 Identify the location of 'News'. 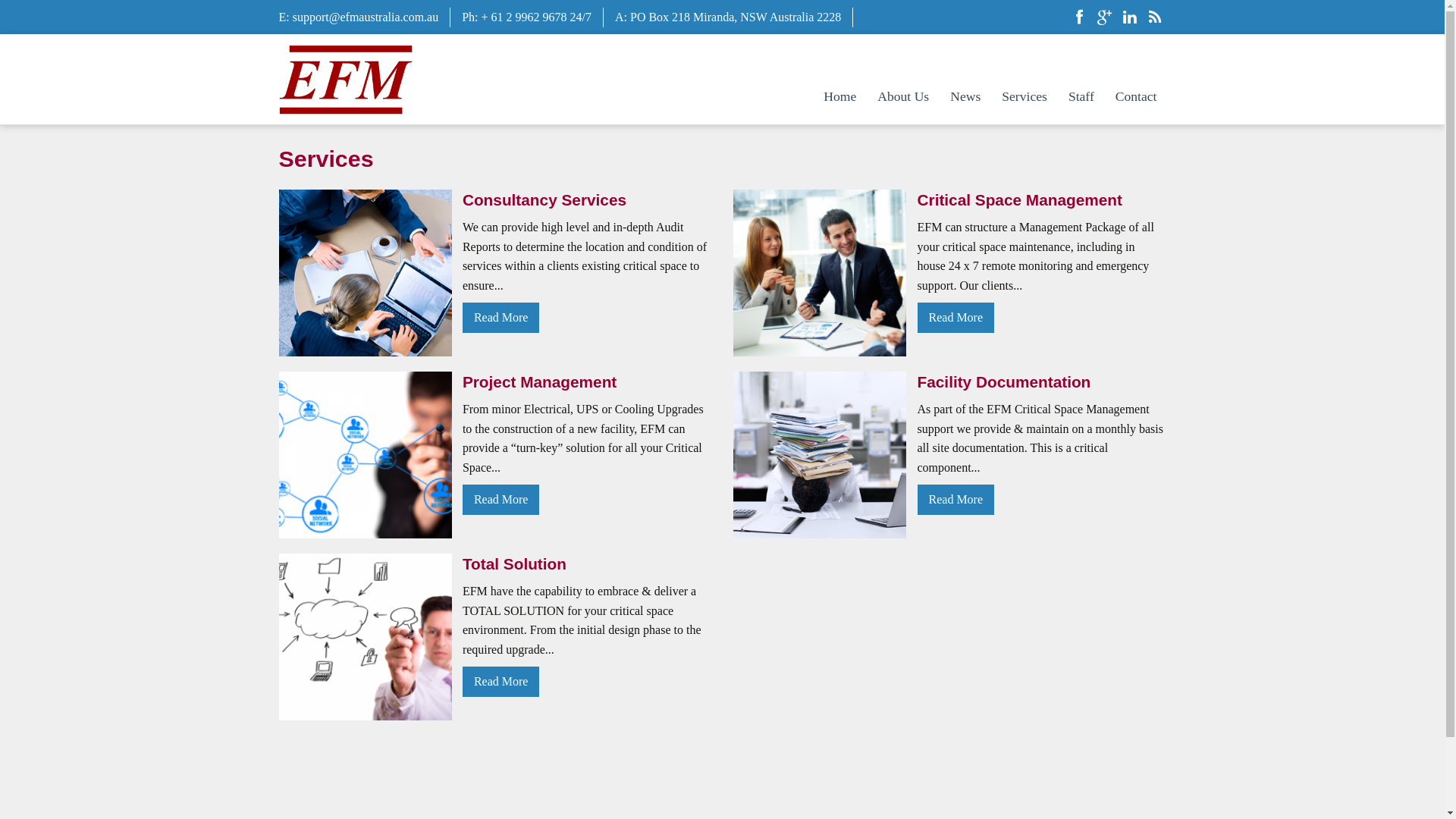
(940, 96).